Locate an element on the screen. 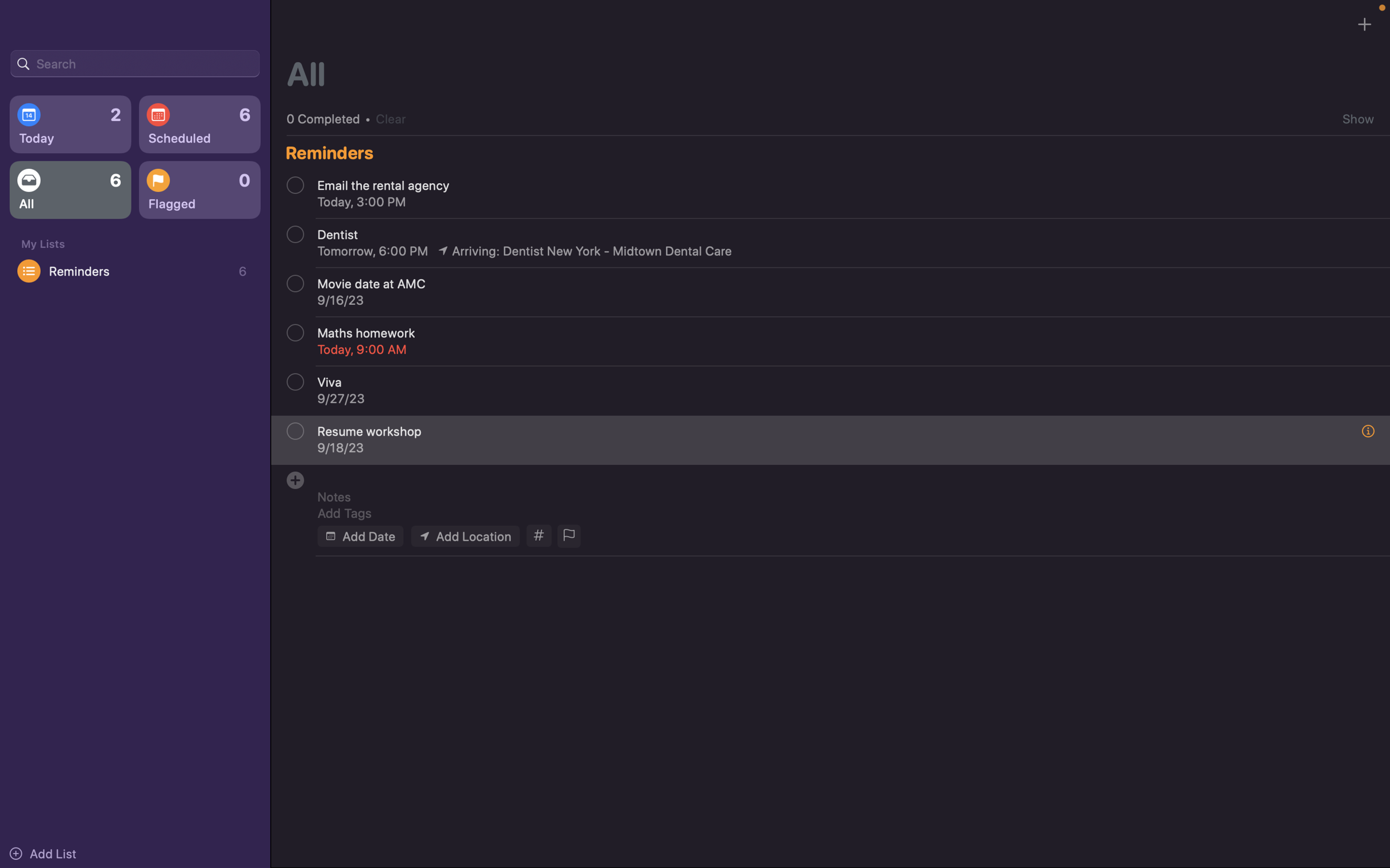 The width and height of the screenshot is (1390, 868). Assign "Carnegie Mellon University" to the location field of the event form is located at coordinates (464, 535).